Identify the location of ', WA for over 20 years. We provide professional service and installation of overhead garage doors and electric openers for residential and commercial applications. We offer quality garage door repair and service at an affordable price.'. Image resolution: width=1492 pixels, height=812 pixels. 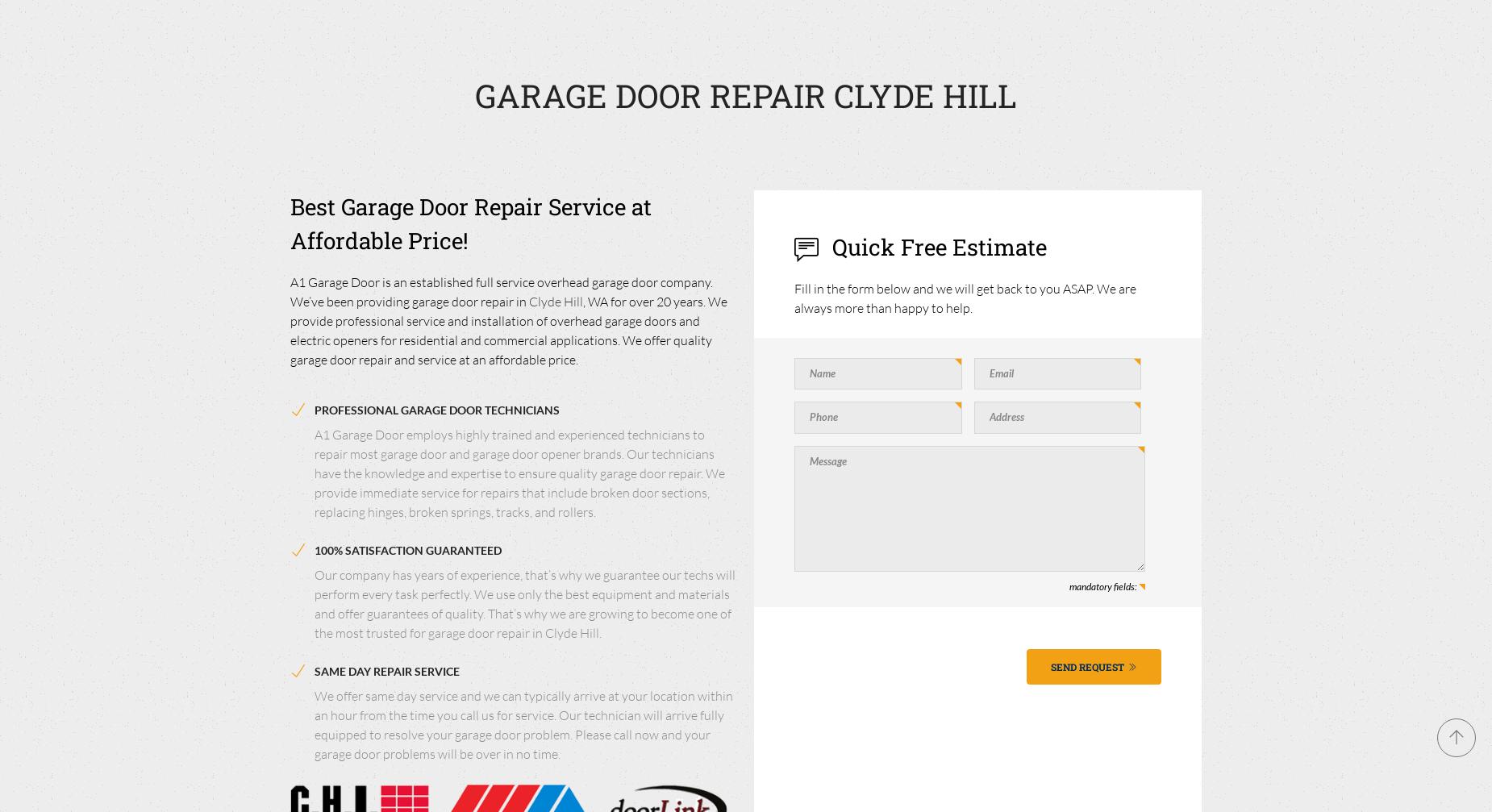
(290, 330).